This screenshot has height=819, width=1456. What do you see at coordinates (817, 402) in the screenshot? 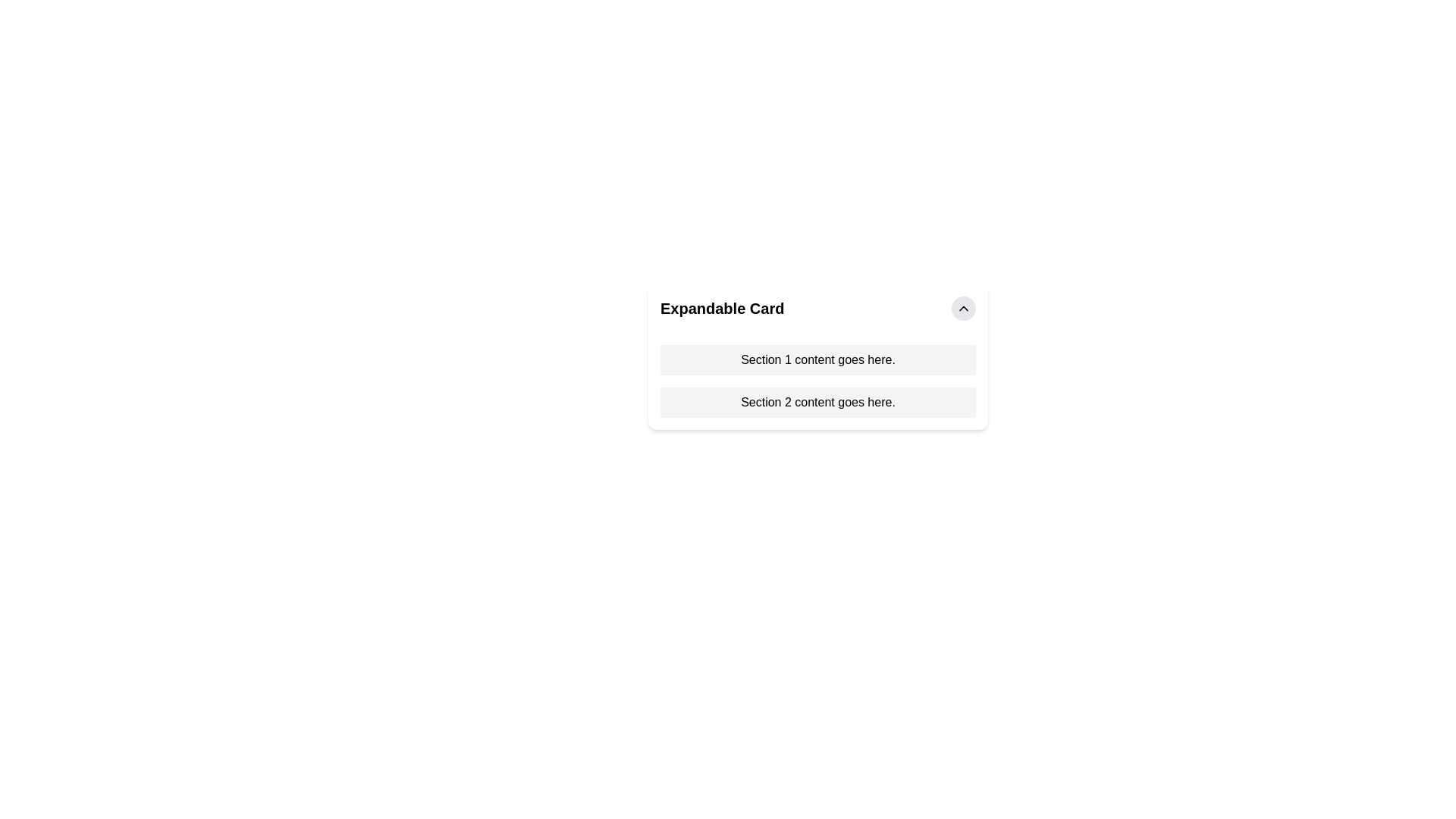
I see `the Label Text located at the bottom of the 'Expandable Card', below the 'Section 1 content goes here.'` at bounding box center [817, 402].